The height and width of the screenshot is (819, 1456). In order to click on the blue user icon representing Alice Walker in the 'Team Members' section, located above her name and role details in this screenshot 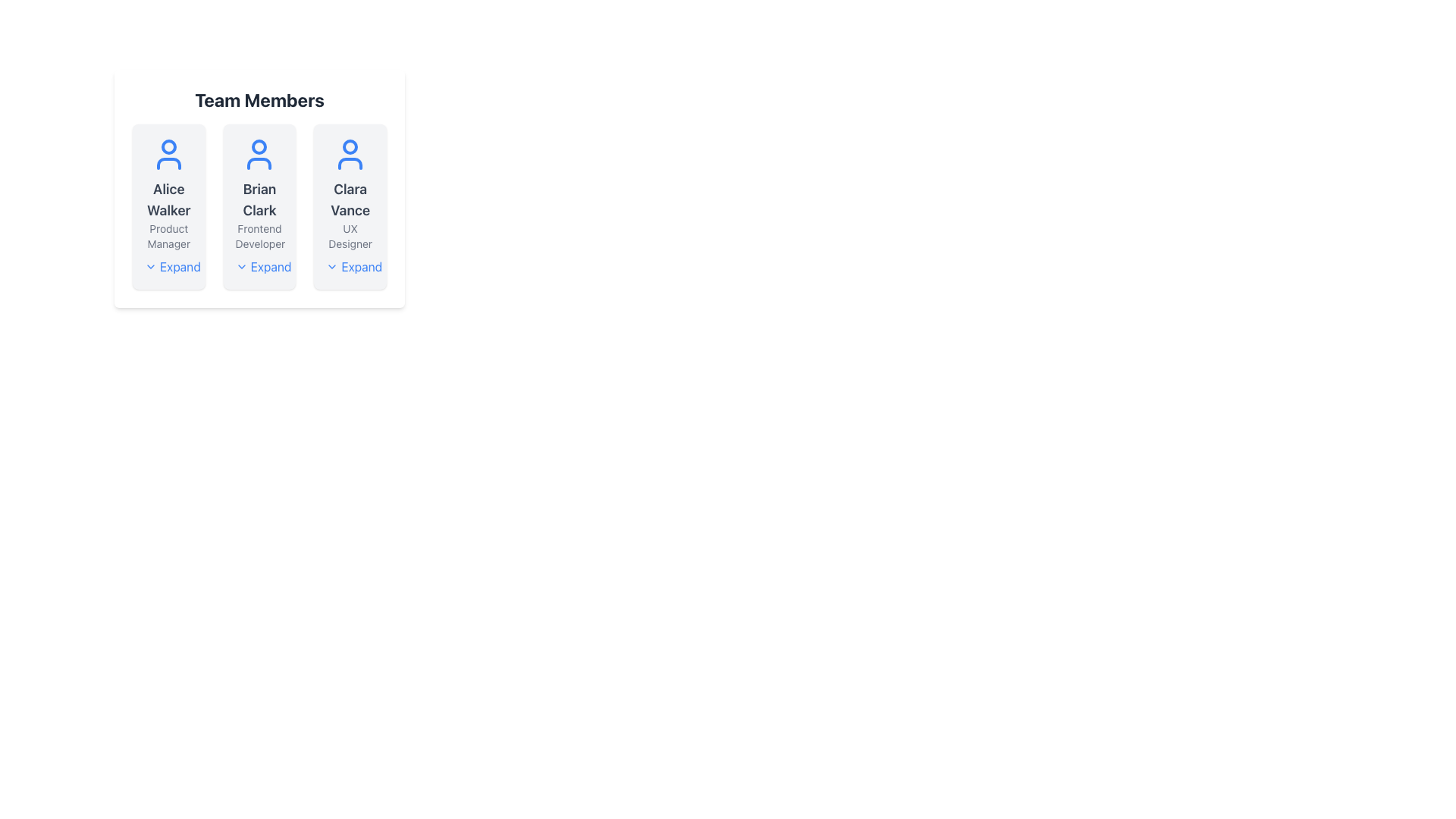, I will do `click(168, 155)`.